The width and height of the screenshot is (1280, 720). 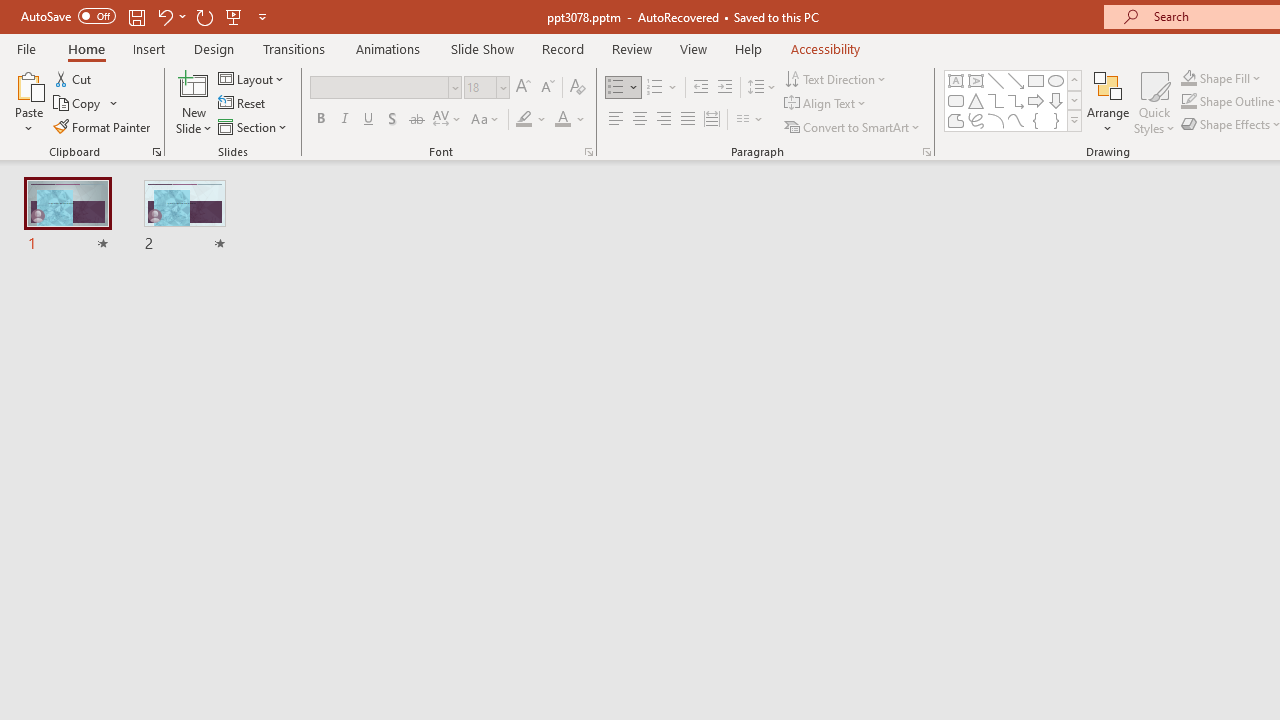 What do you see at coordinates (1189, 77) in the screenshot?
I see `'Shape Fill Dark Green, Accent 2'` at bounding box center [1189, 77].